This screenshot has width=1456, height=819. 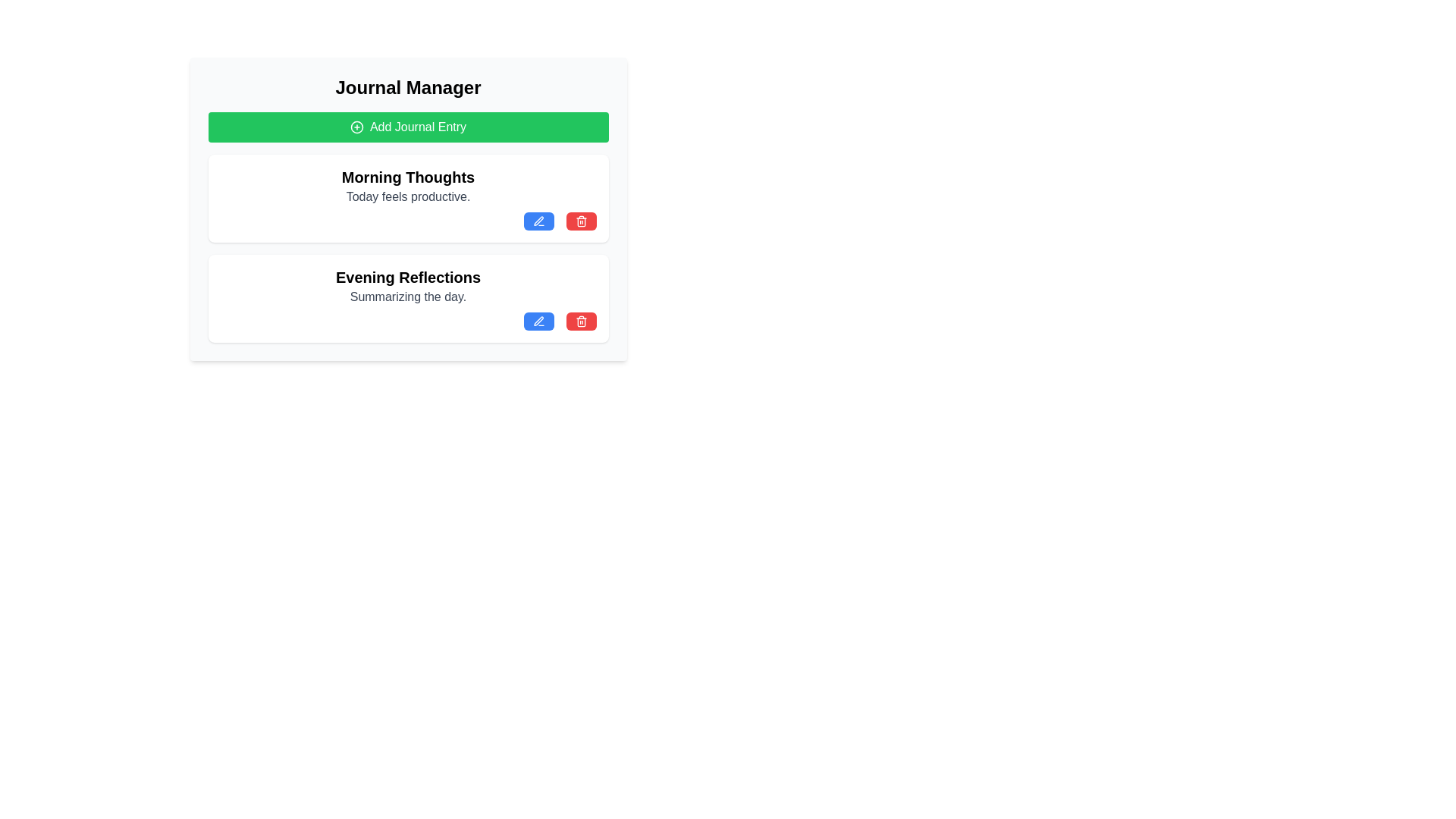 I want to click on the header text 'Journal Manager', which is a large, bold title centered at the top of the Journal Manager interface, above the green 'Add Journal Entry' button, so click(x=408, y=87).